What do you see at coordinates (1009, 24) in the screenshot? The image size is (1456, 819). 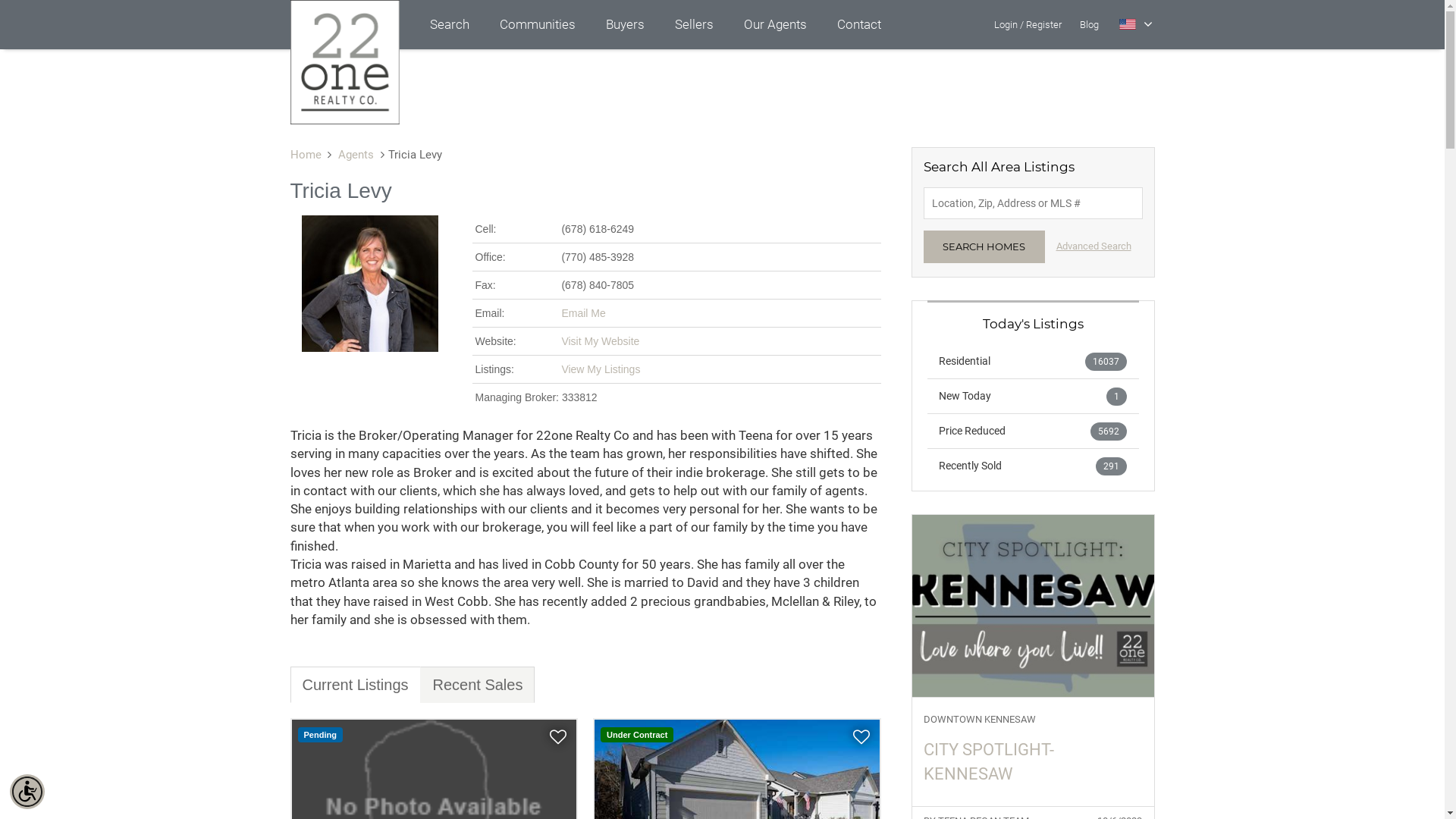 I see `'Login/'` at bounding box center [1009, 24].